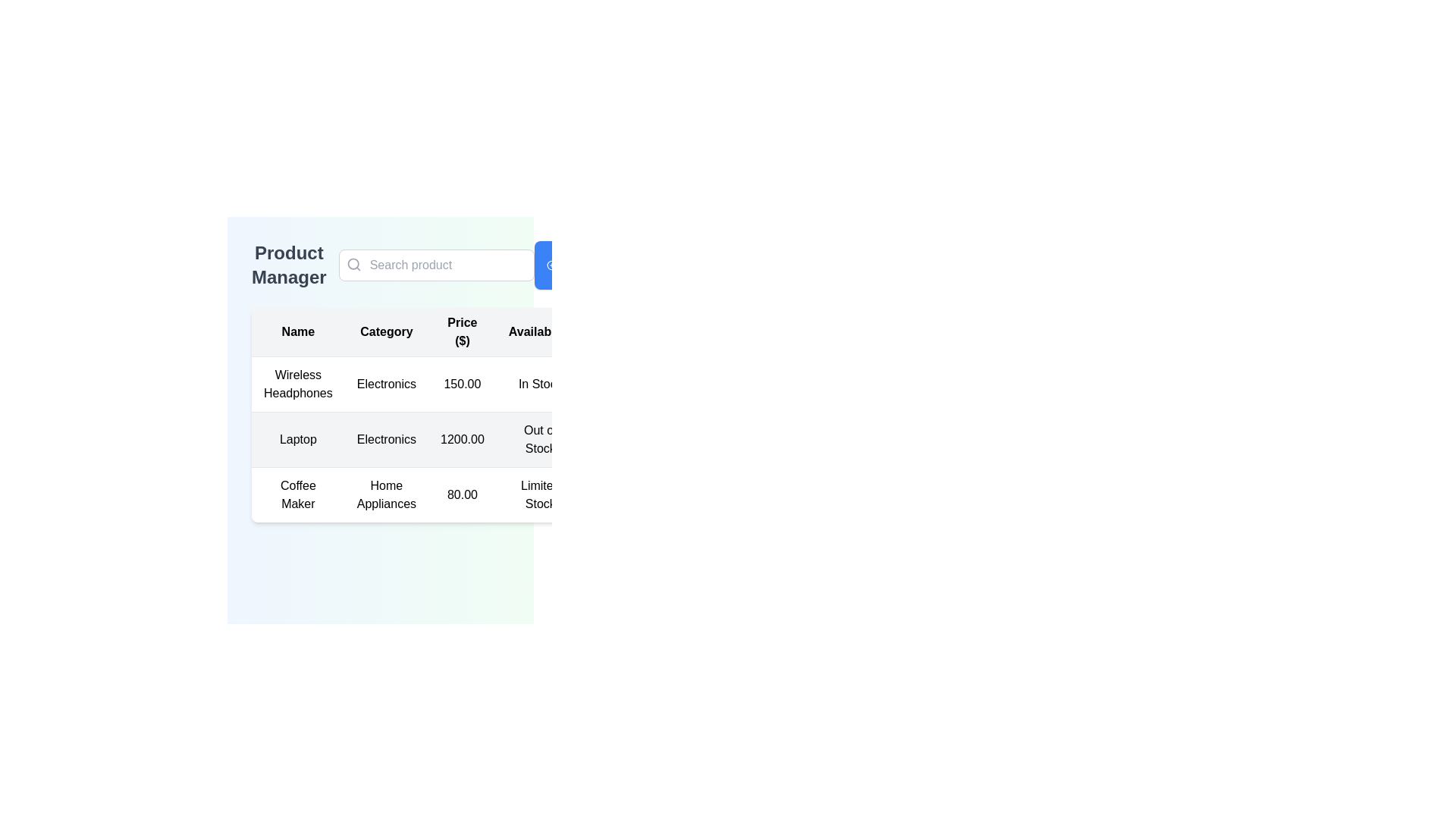  Describe the element at coordinates (461, 331) in the screenshot. I see `text from the 'Price ($)' header cell in the table, which is the third column header positioned between 'Category' and 'Availability'` at that location.